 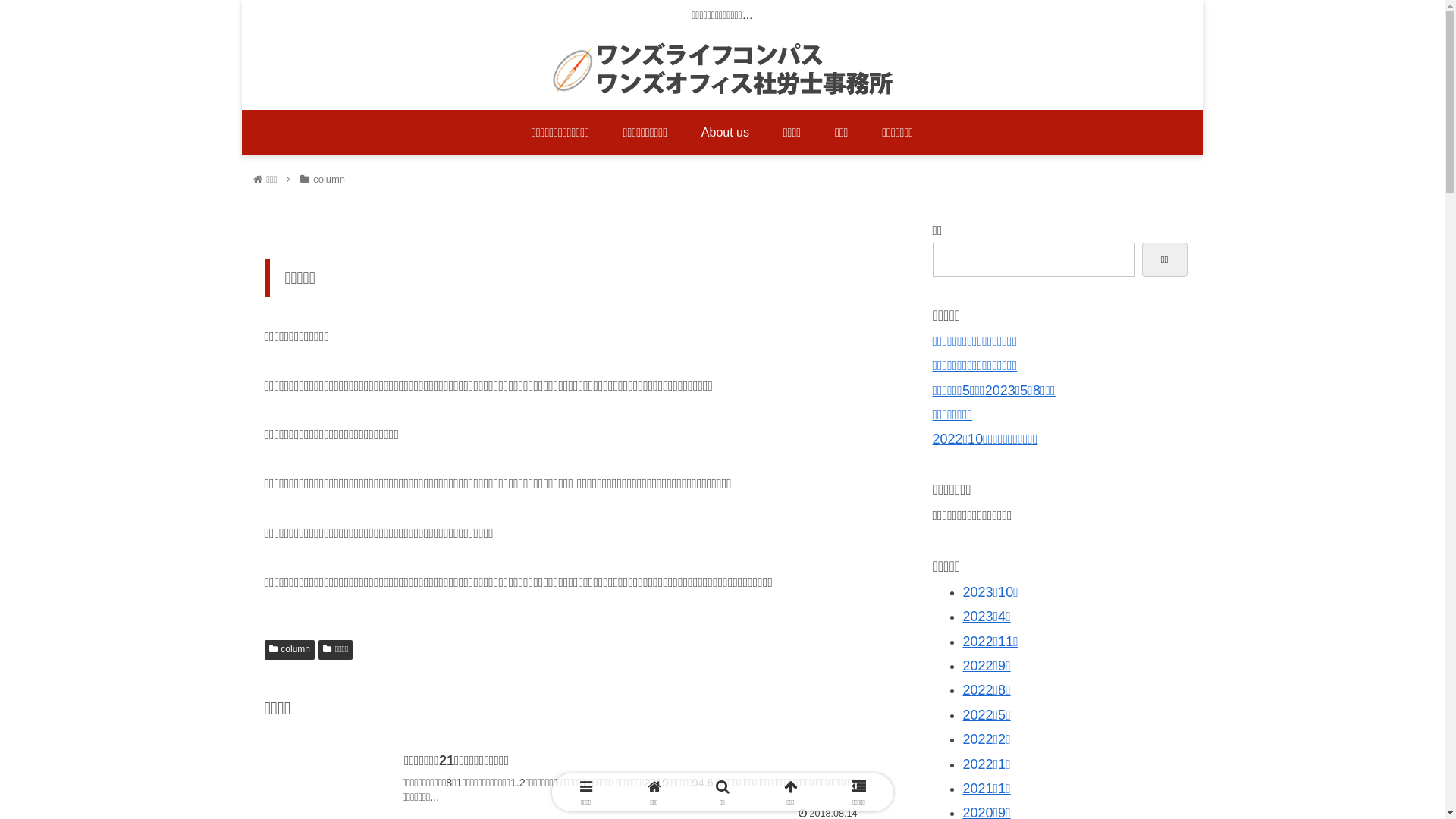 What do you see at coordinates (328, 178) in the screenshot?
I see `'column'` at bounding box center [328, 178].